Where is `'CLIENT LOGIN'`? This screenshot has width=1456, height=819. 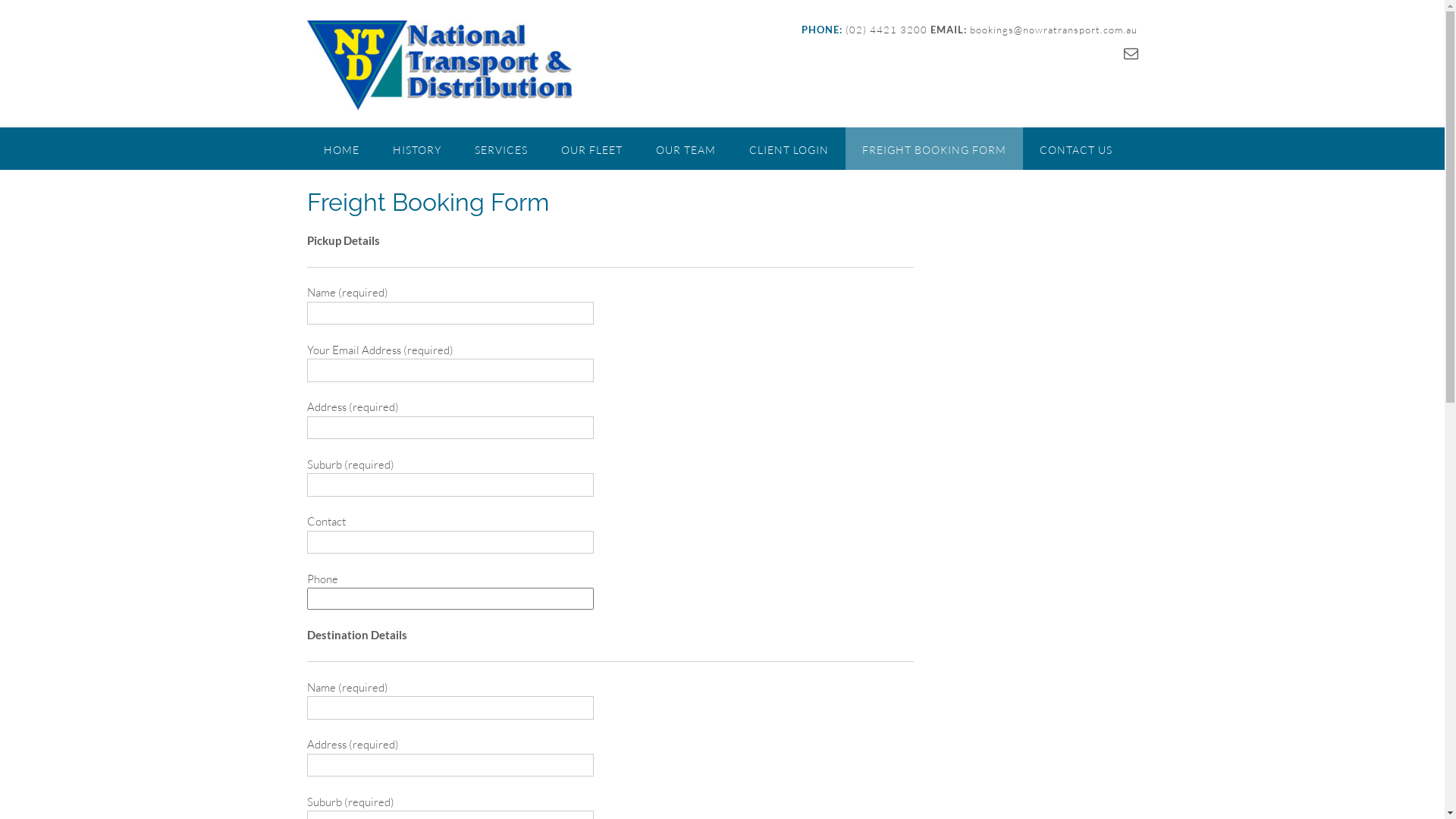 'CLIENT LOGIN' is located at coordinates (789, 149).